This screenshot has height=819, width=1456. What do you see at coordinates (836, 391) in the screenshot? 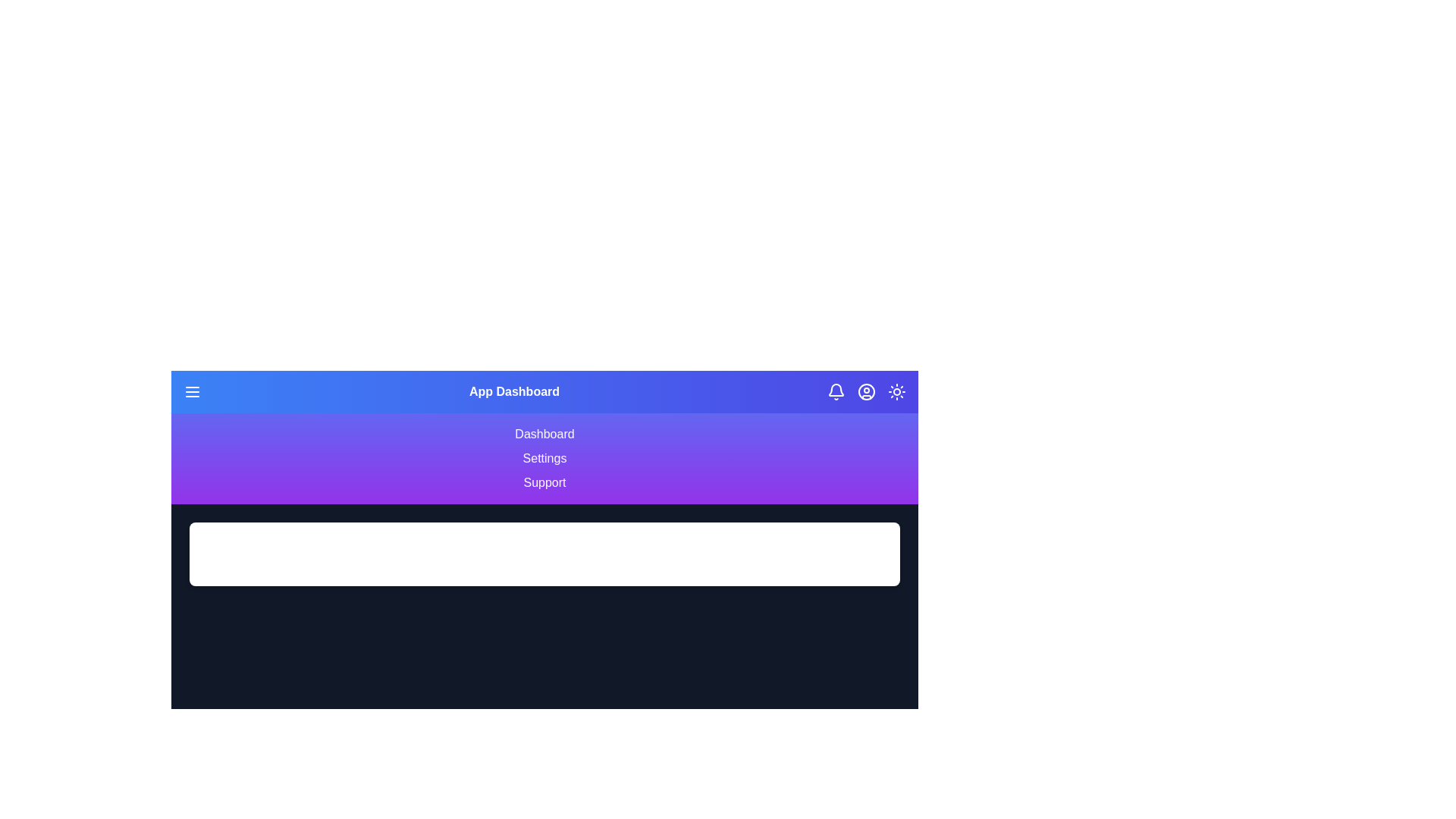
I see `the notification icon to interact with it` at bounding box center [836, 391].